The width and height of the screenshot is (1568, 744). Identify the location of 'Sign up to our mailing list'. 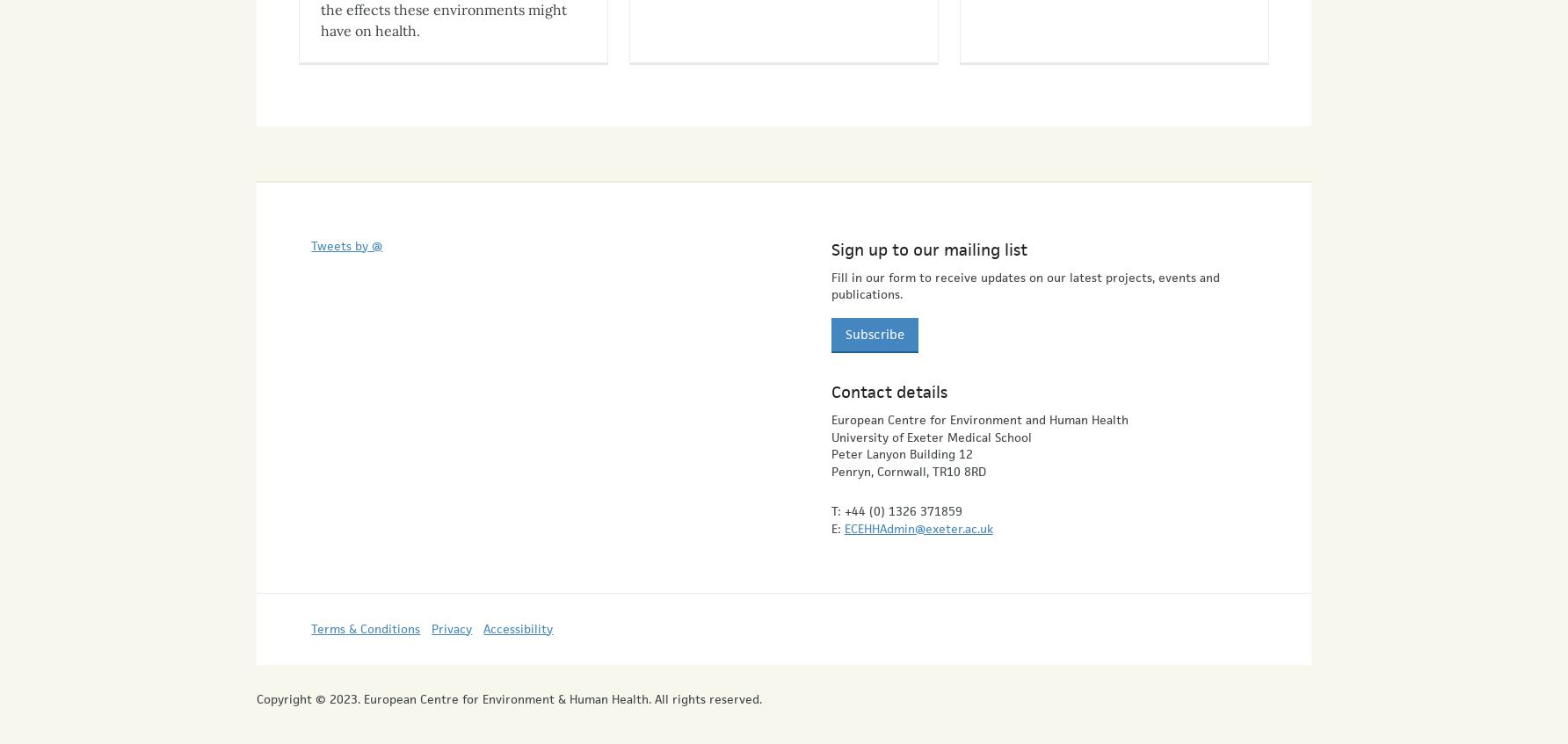
(927, 232).